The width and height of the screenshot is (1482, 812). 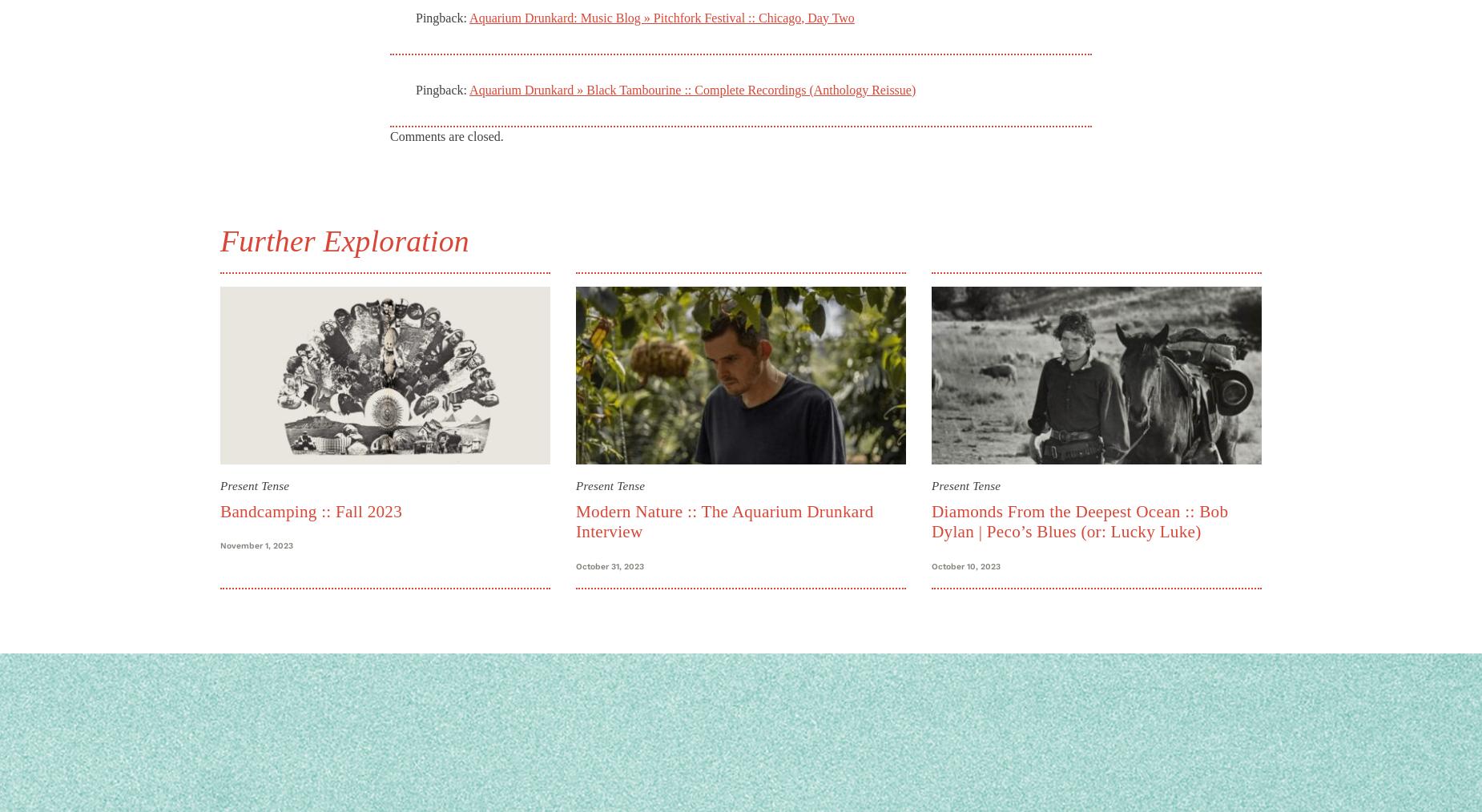 I want to click on 'October 31, 2023', so click(x=610, y=565).